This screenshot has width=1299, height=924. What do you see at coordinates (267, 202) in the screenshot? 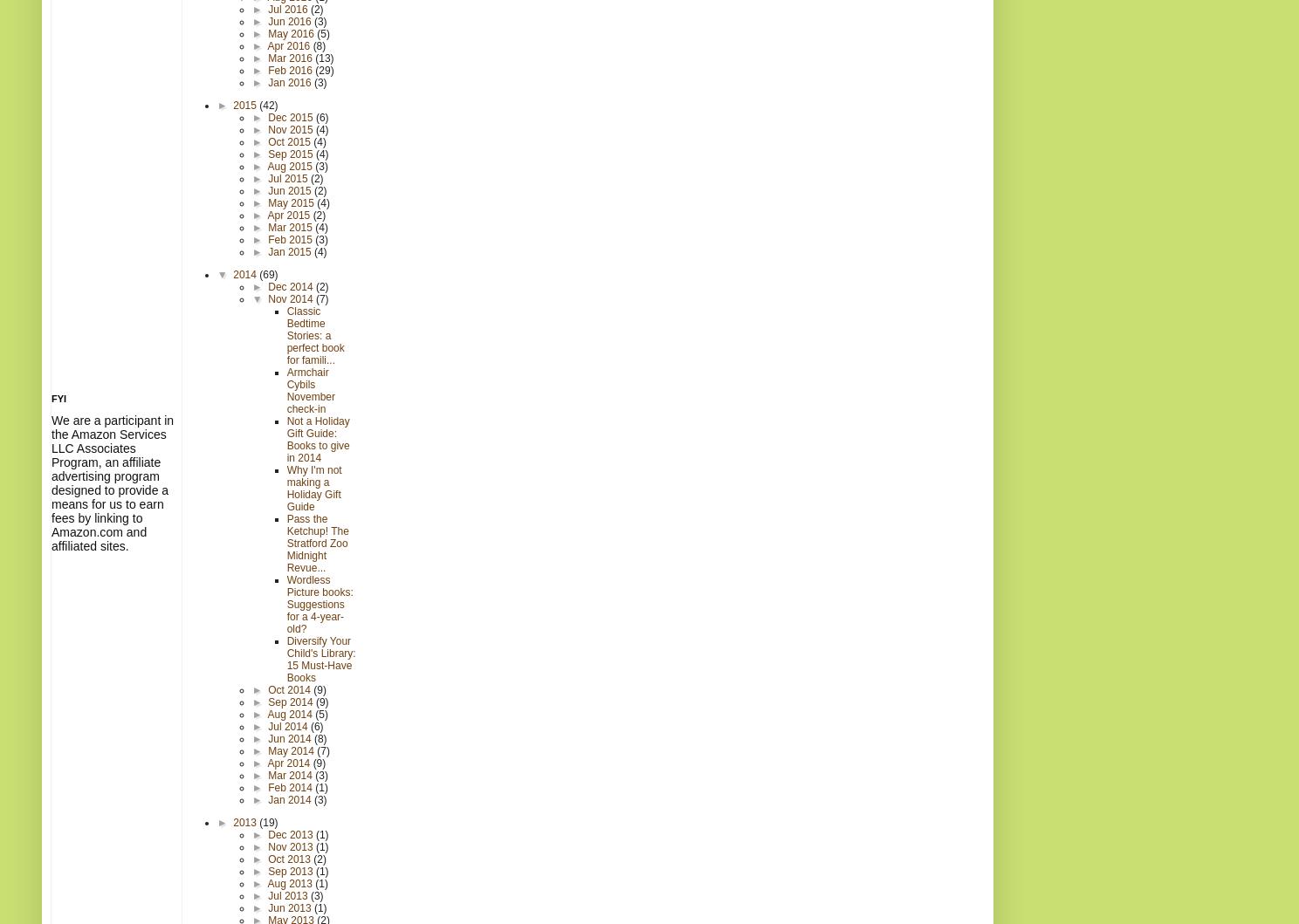
I see `'May 2015'` at bounding box center [267, 202].